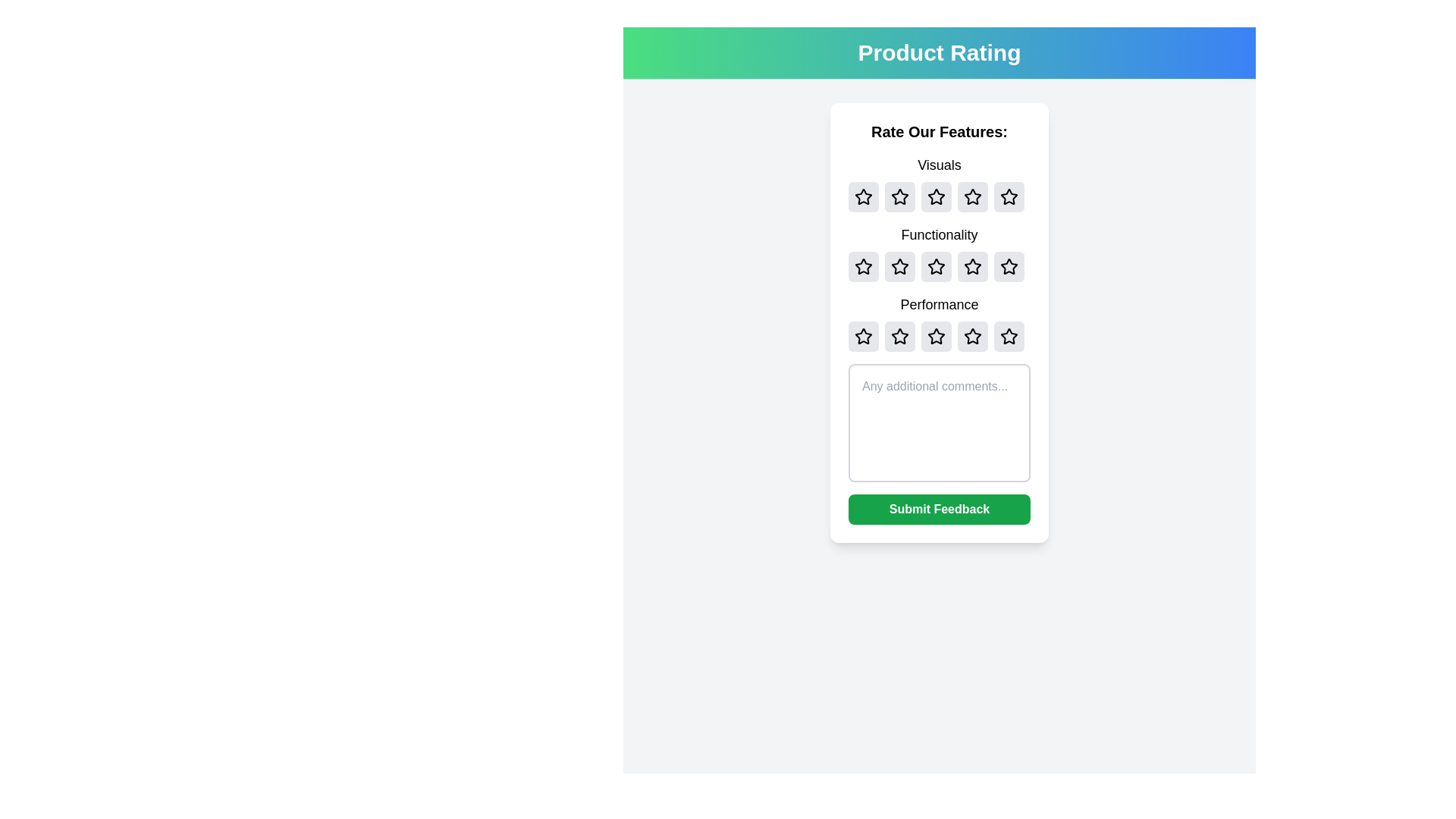 The image size is (1456, 819). Describe the element at coordinates (1009, 265) in the screenshot. I see `the fourth star in the 'Functionality' row of the rating section` at that location.